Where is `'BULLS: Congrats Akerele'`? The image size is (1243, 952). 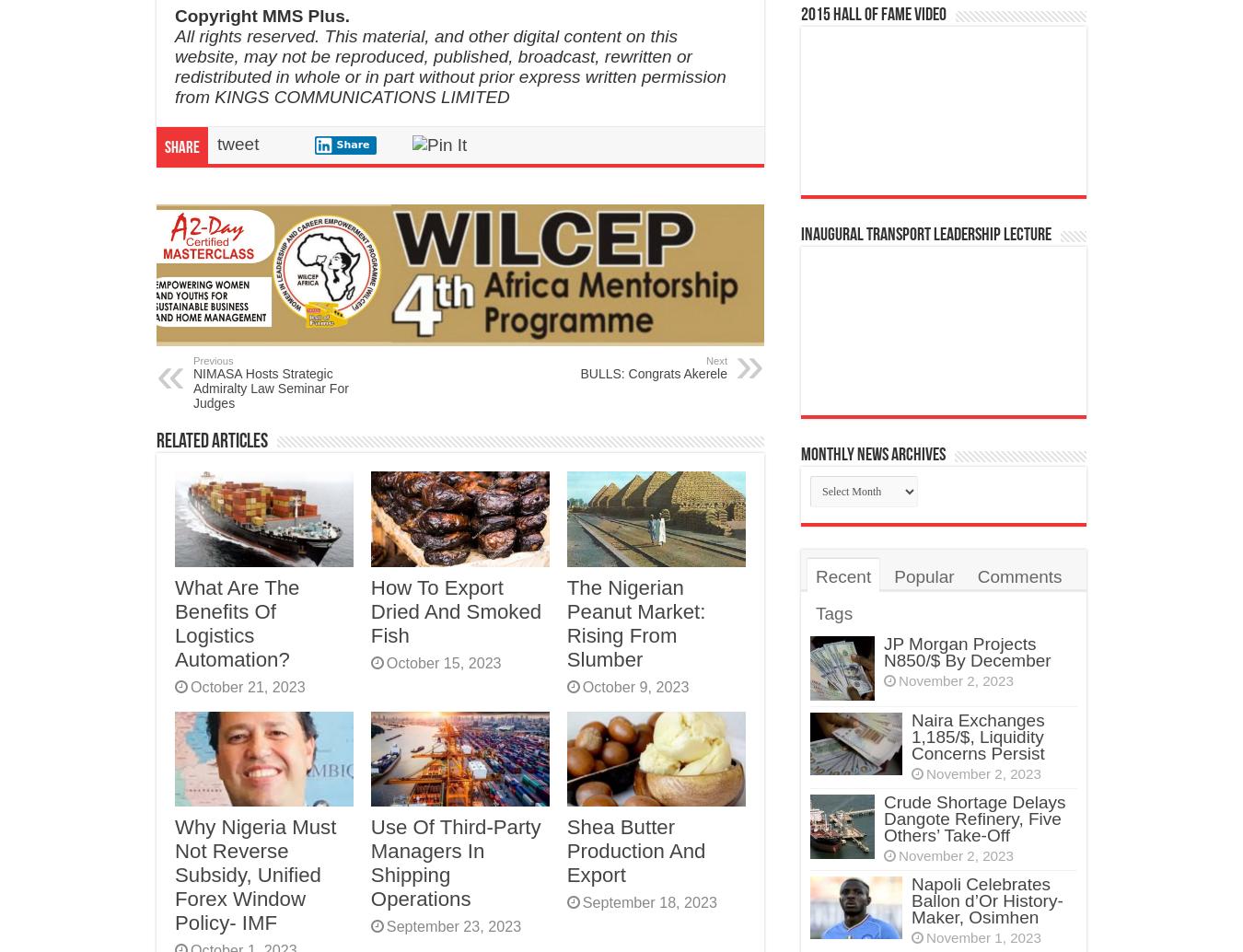
'BULLS: Congrats Akerele' is located at coordinates (652, 372).